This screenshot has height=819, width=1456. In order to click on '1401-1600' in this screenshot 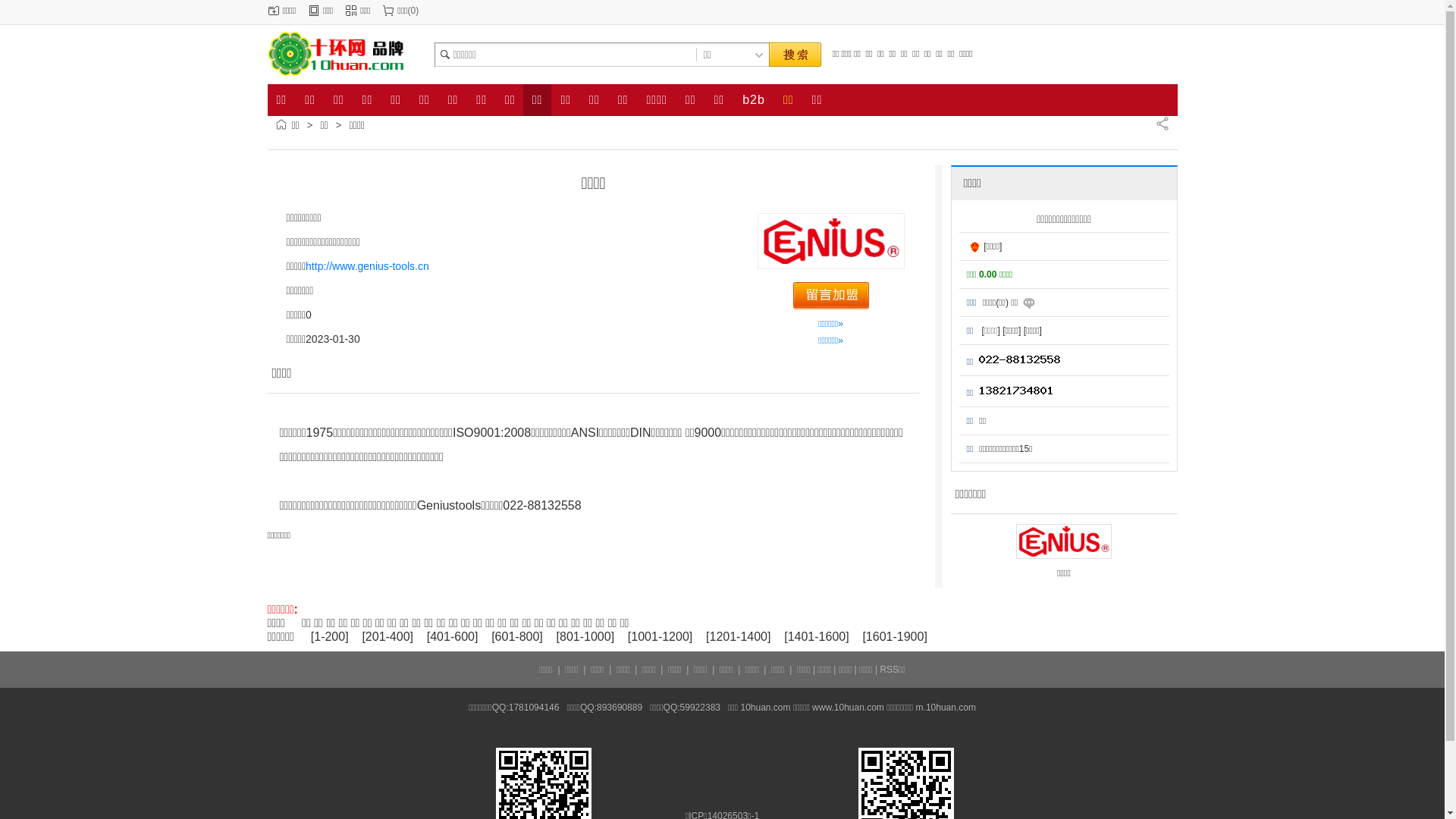, I will do `click(816, 636)`.